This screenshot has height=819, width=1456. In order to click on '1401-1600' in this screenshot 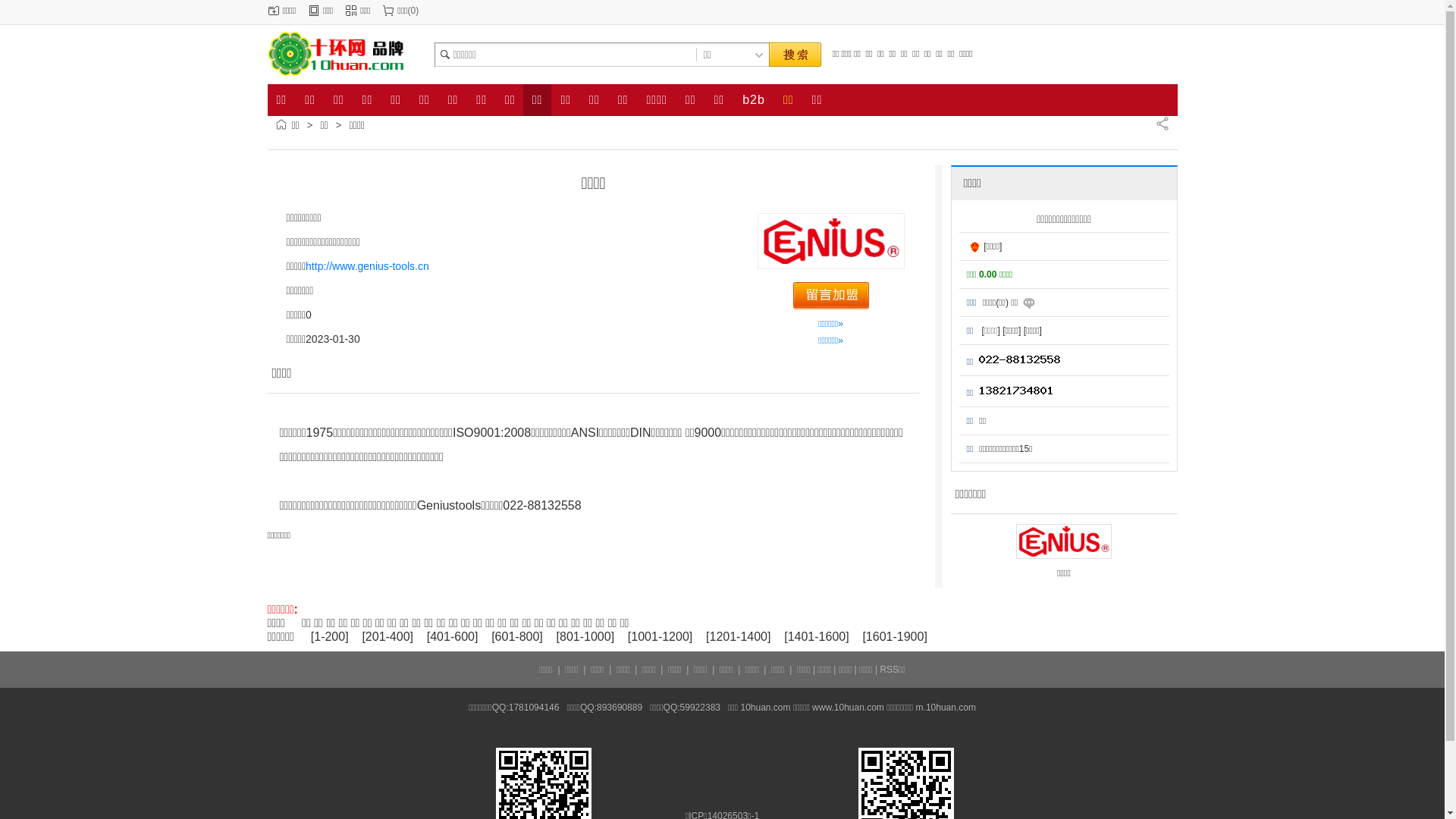, I will do `click(816, 636)`.